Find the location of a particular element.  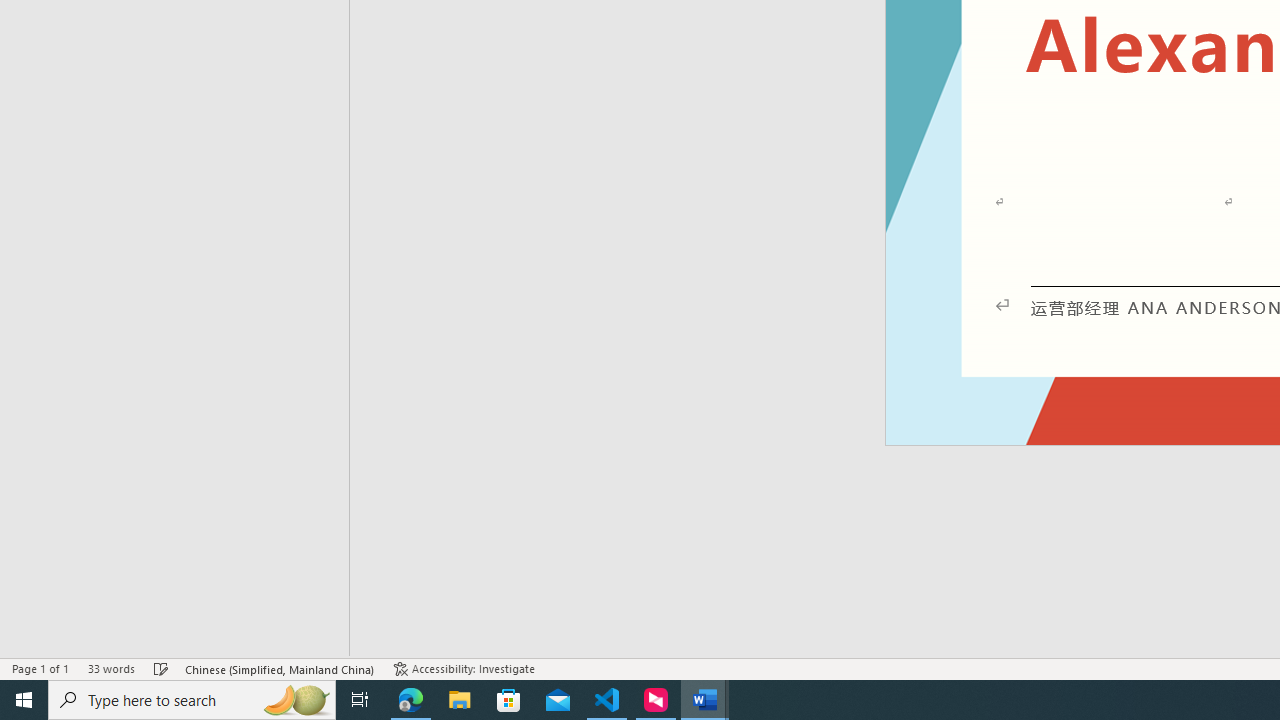

'Accessibility Checker Accessibility: Investigate' is located at coordinates (463, 669).